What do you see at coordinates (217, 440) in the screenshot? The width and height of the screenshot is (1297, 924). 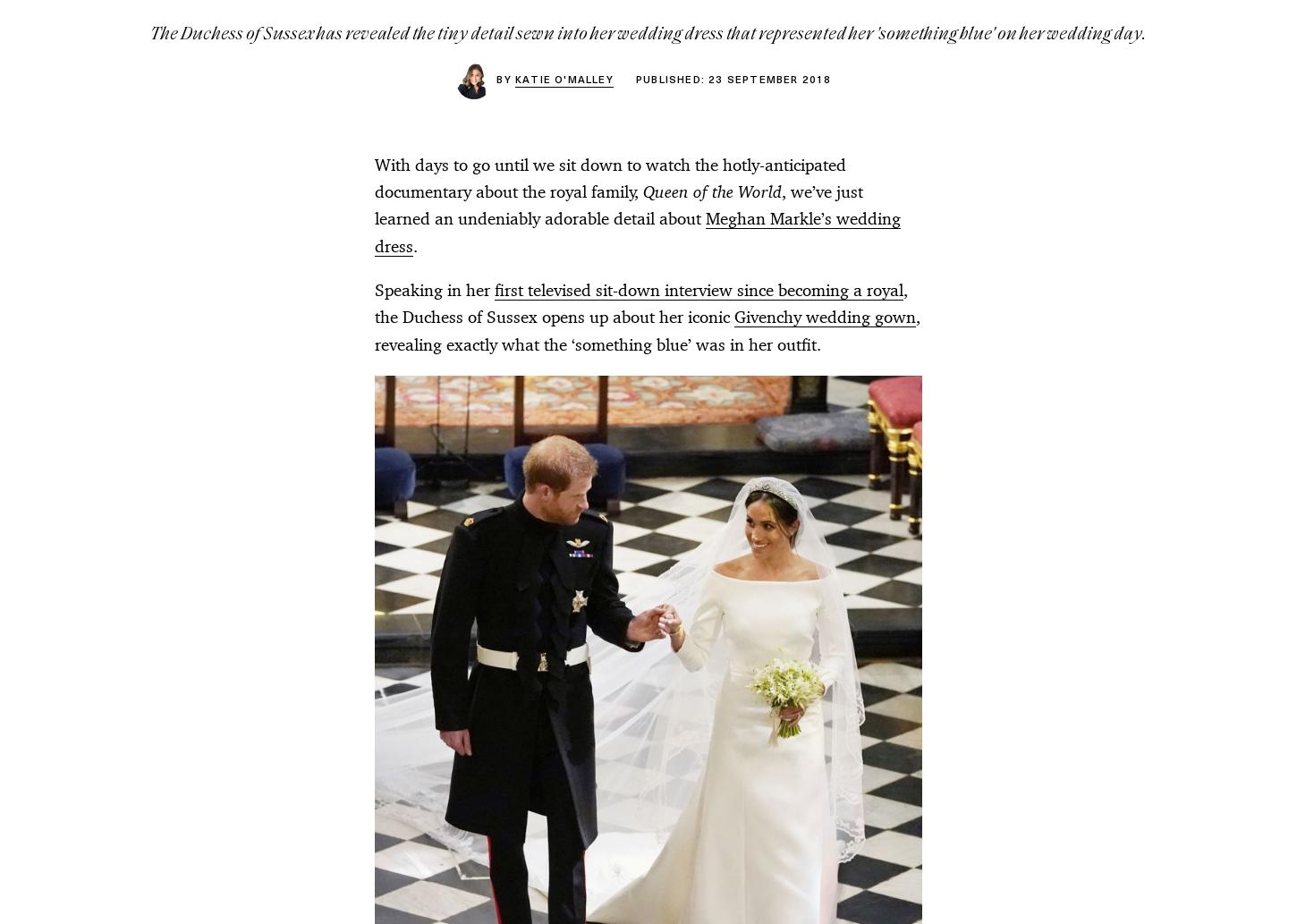 I see `'London Fashion Week'` at bounding box center [217, 440].